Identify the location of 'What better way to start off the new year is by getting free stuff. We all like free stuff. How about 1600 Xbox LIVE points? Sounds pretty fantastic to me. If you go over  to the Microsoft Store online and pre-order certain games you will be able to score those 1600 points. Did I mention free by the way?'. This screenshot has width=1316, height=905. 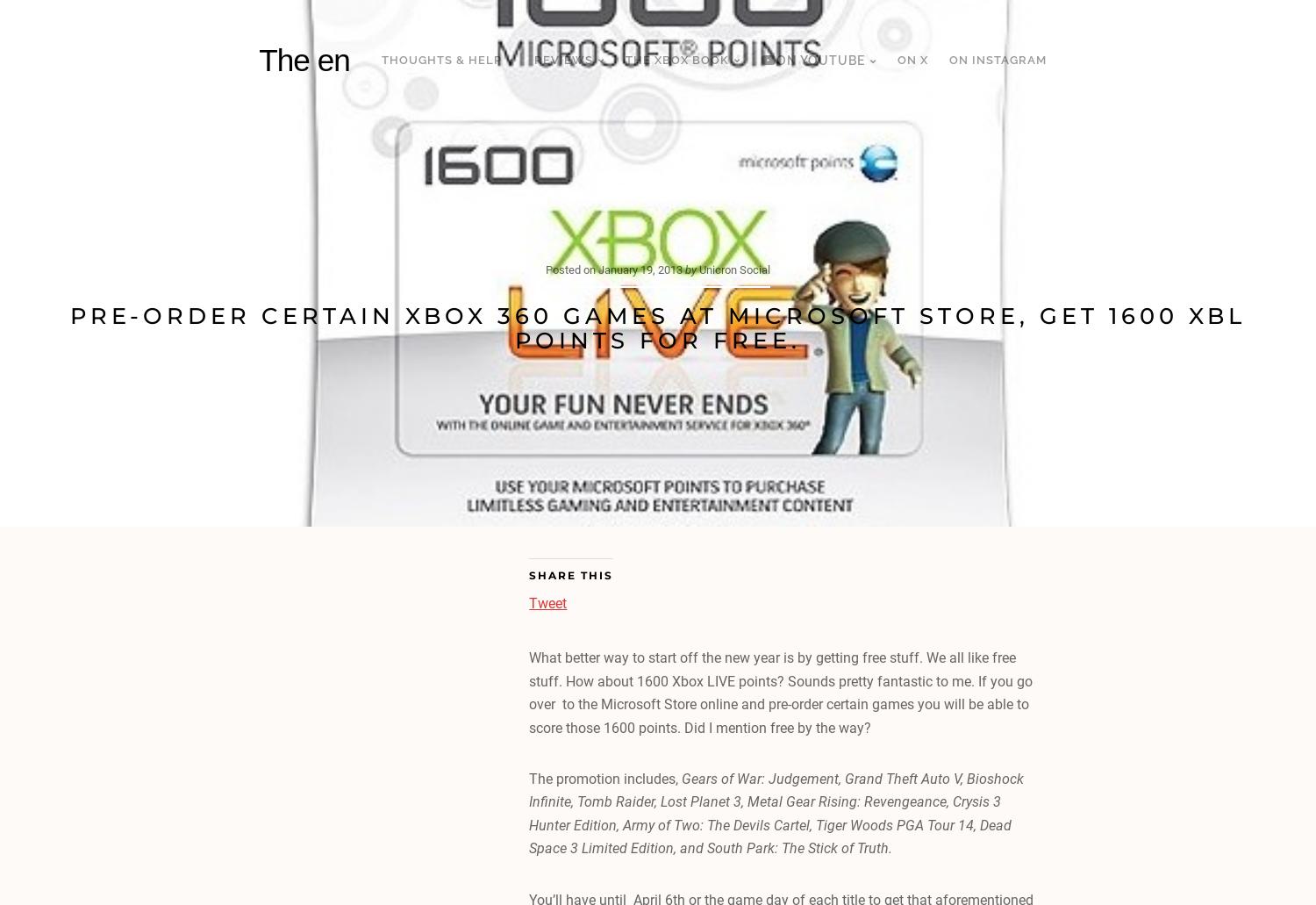
(780, 692).